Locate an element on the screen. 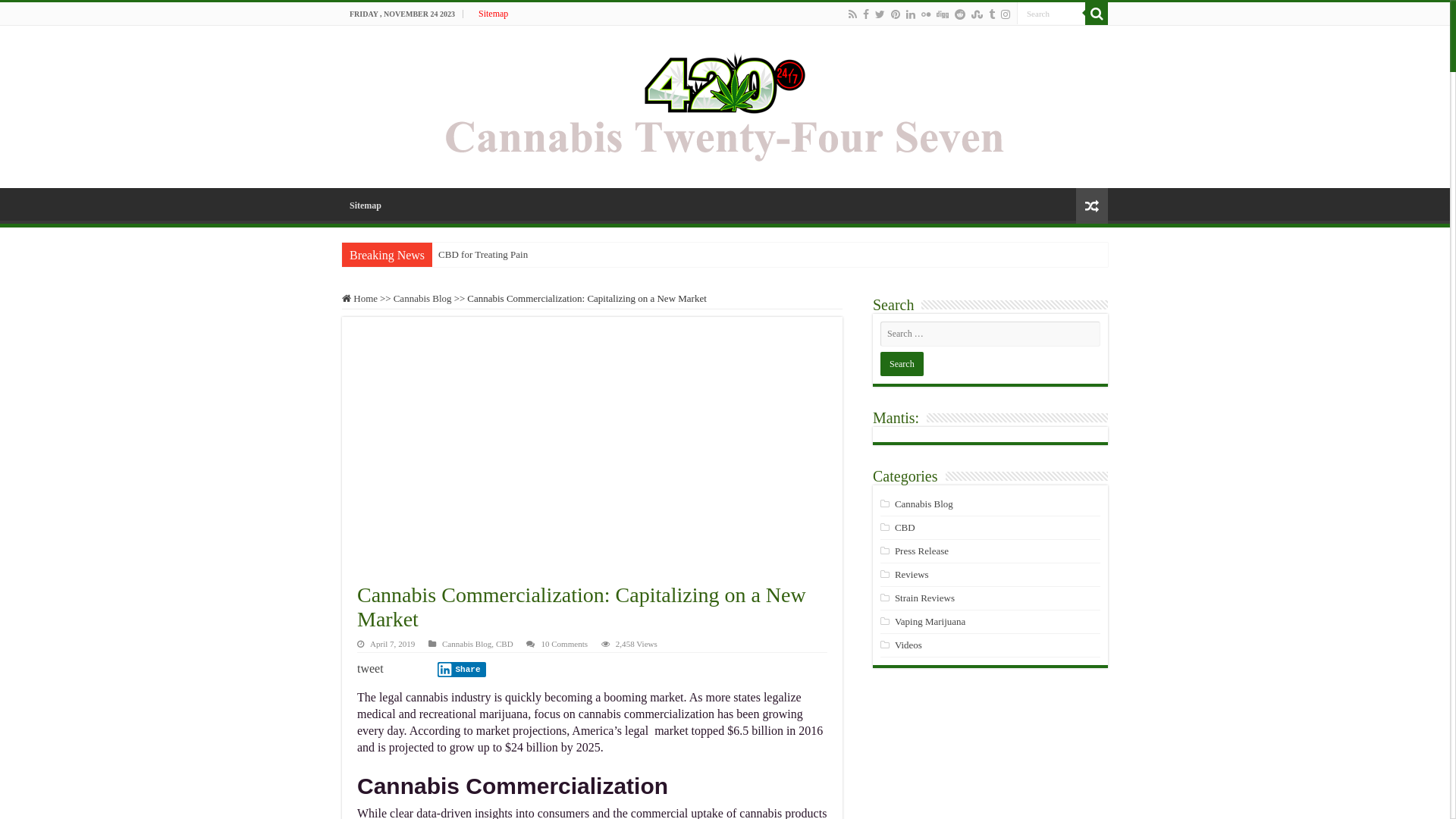 This screenshot has width=1456, height=819. '10 Comments' is located at coordinates (563, 643).